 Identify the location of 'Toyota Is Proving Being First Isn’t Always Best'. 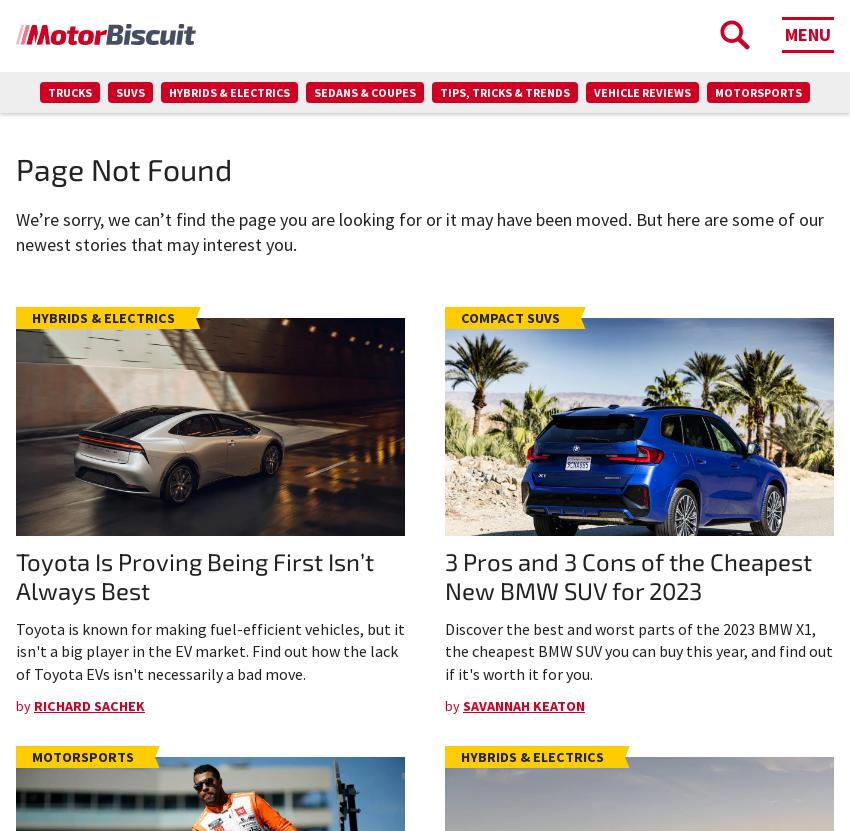
(14, 575).